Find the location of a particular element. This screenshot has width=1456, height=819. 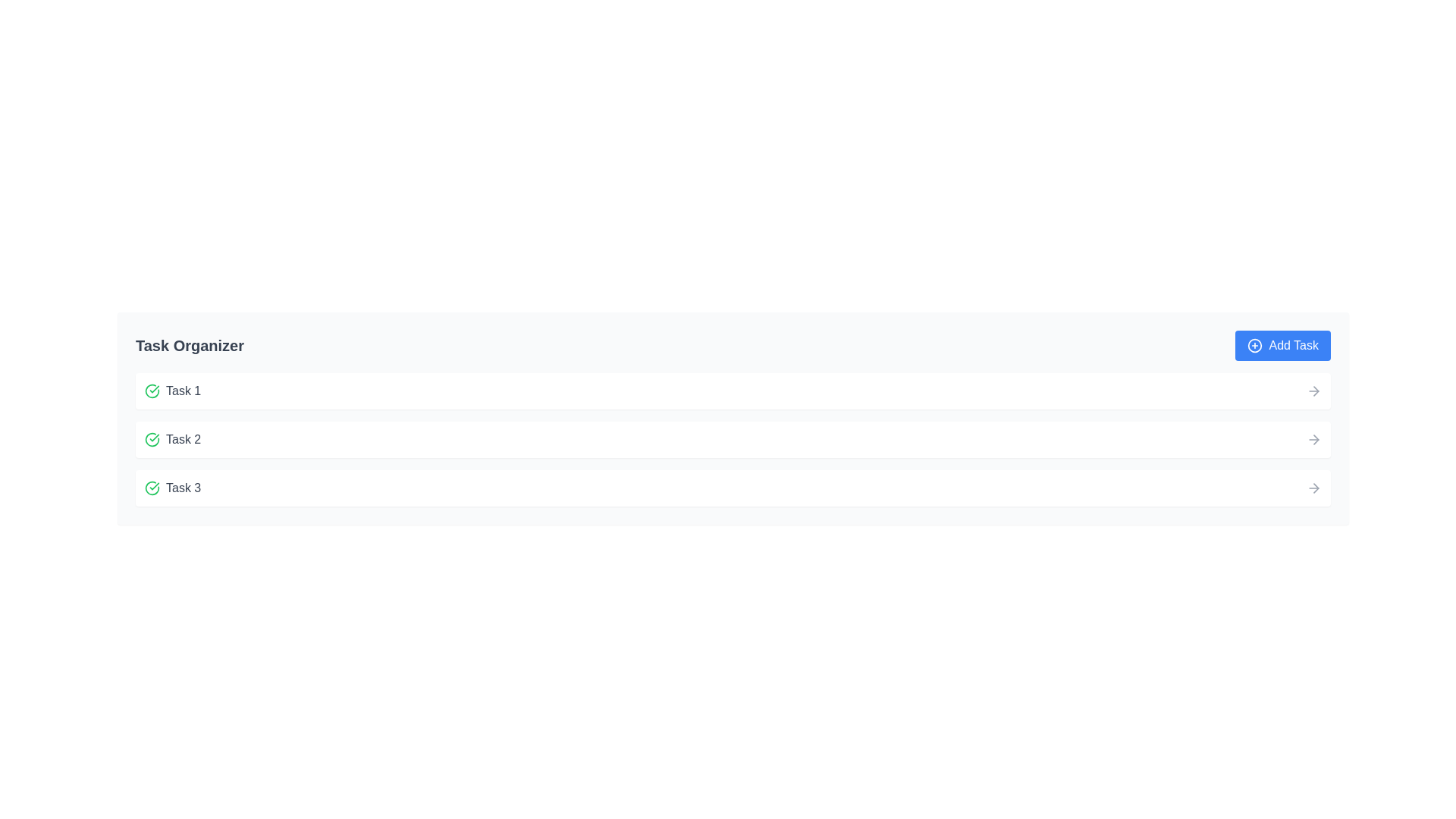

the task labeled 'Task 2' which is marked as complete with a checkmark icon, positioned between 'Task 1' and 'Task 3' is located at coordinates (173, 439).